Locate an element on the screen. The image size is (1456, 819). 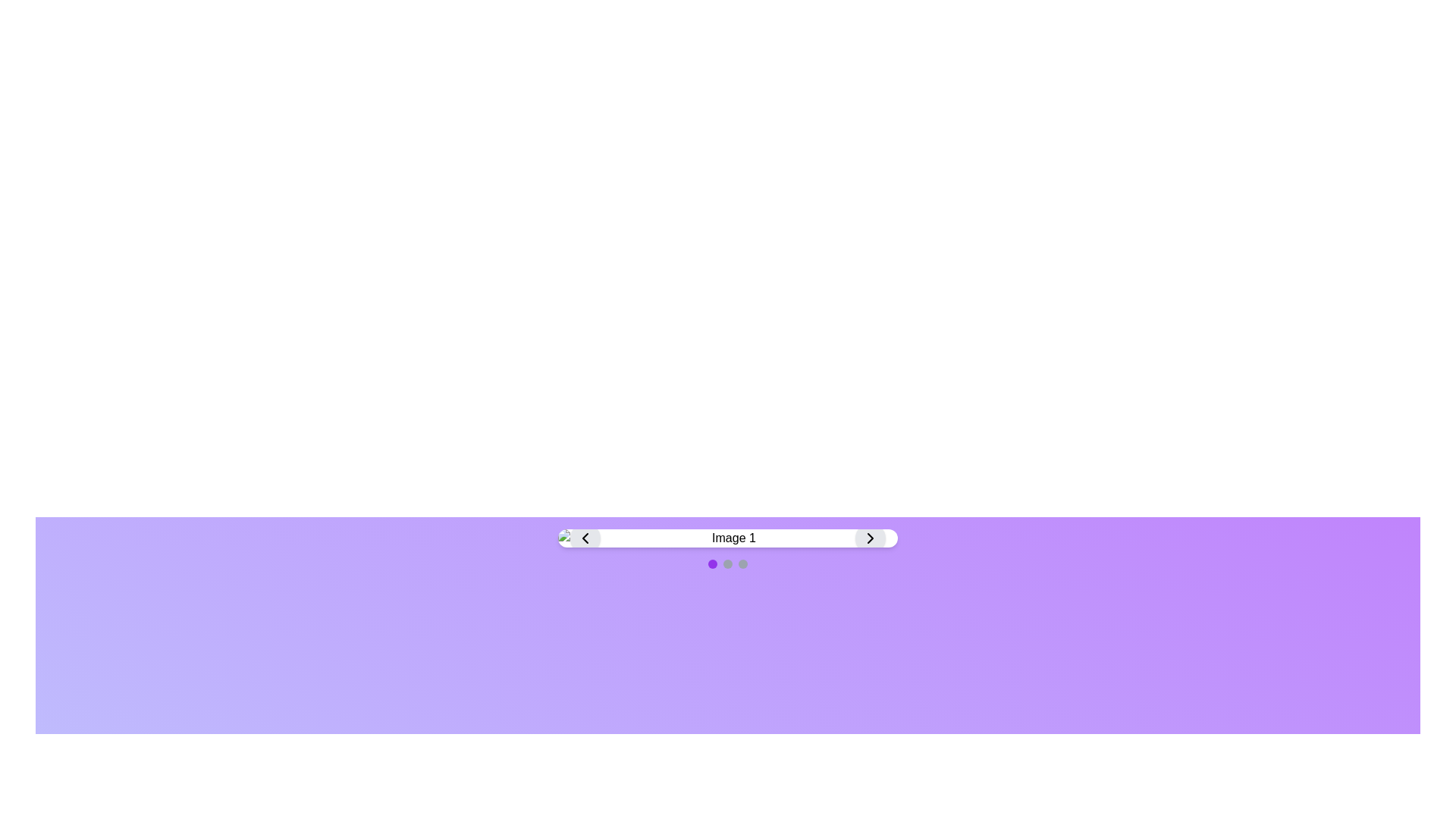
the circular button with a leftward-pointing chevron icon for accessibility navigation is located at coordinates (585, 537).